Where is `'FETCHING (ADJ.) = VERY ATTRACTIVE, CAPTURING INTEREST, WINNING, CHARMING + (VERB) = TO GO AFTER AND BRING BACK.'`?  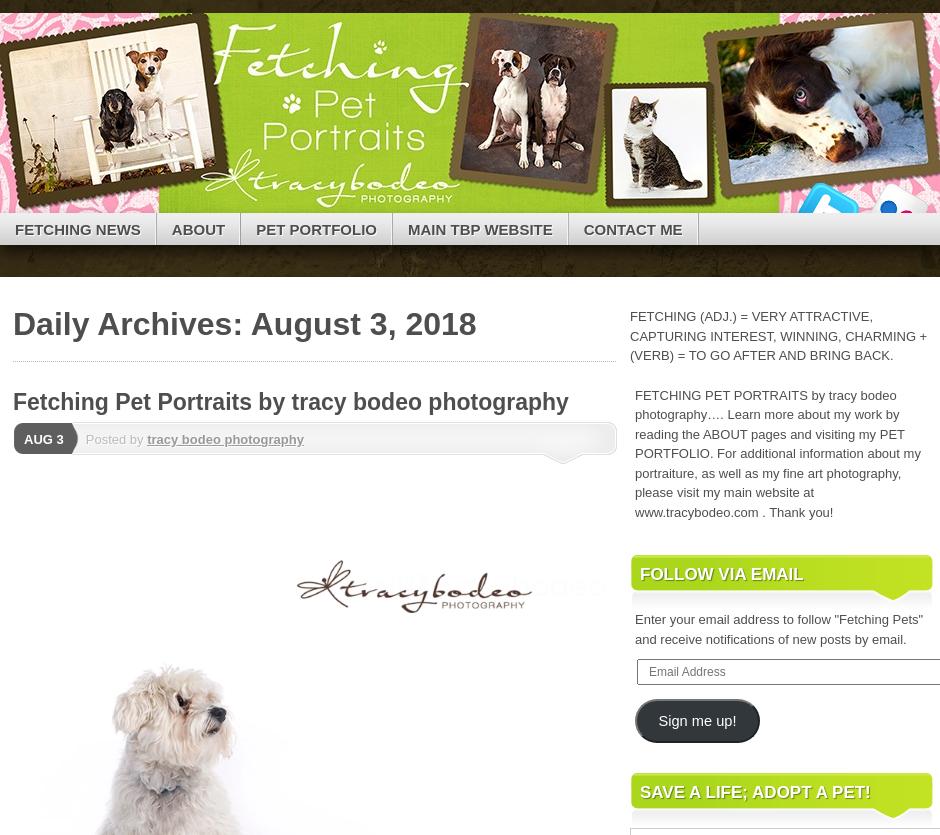
'FETCHING (ADJ.) = VERY ATTRACTIVE, CAPTURING INTEREST, WINNING, CHARMING + (VERB) = TO GO AFTER AND BRING BACK.' is located at coordinates (777, 336).